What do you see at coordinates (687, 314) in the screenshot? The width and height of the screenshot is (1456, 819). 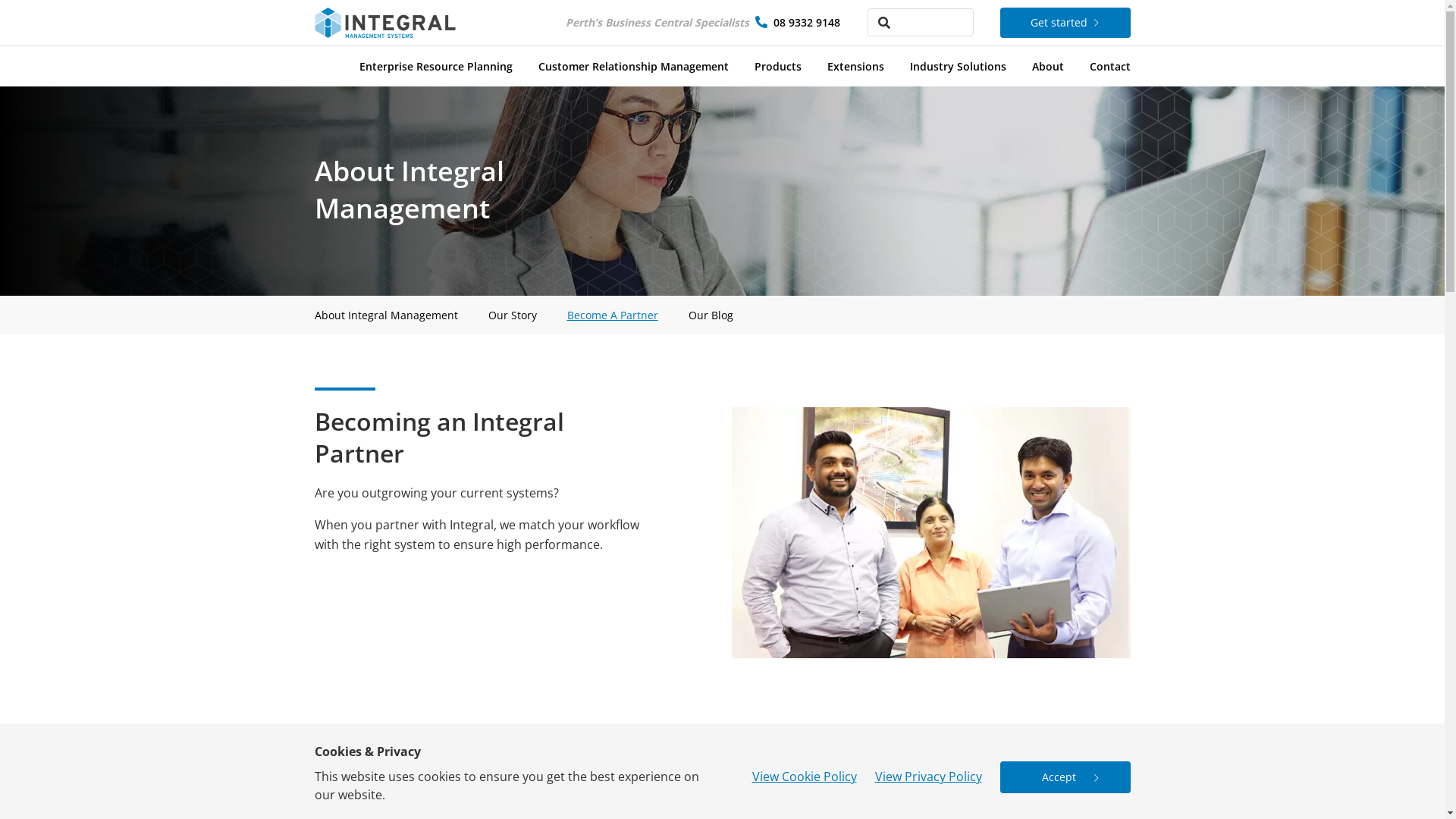 I see `'Our Blog'` at bounding box center [687, 314].